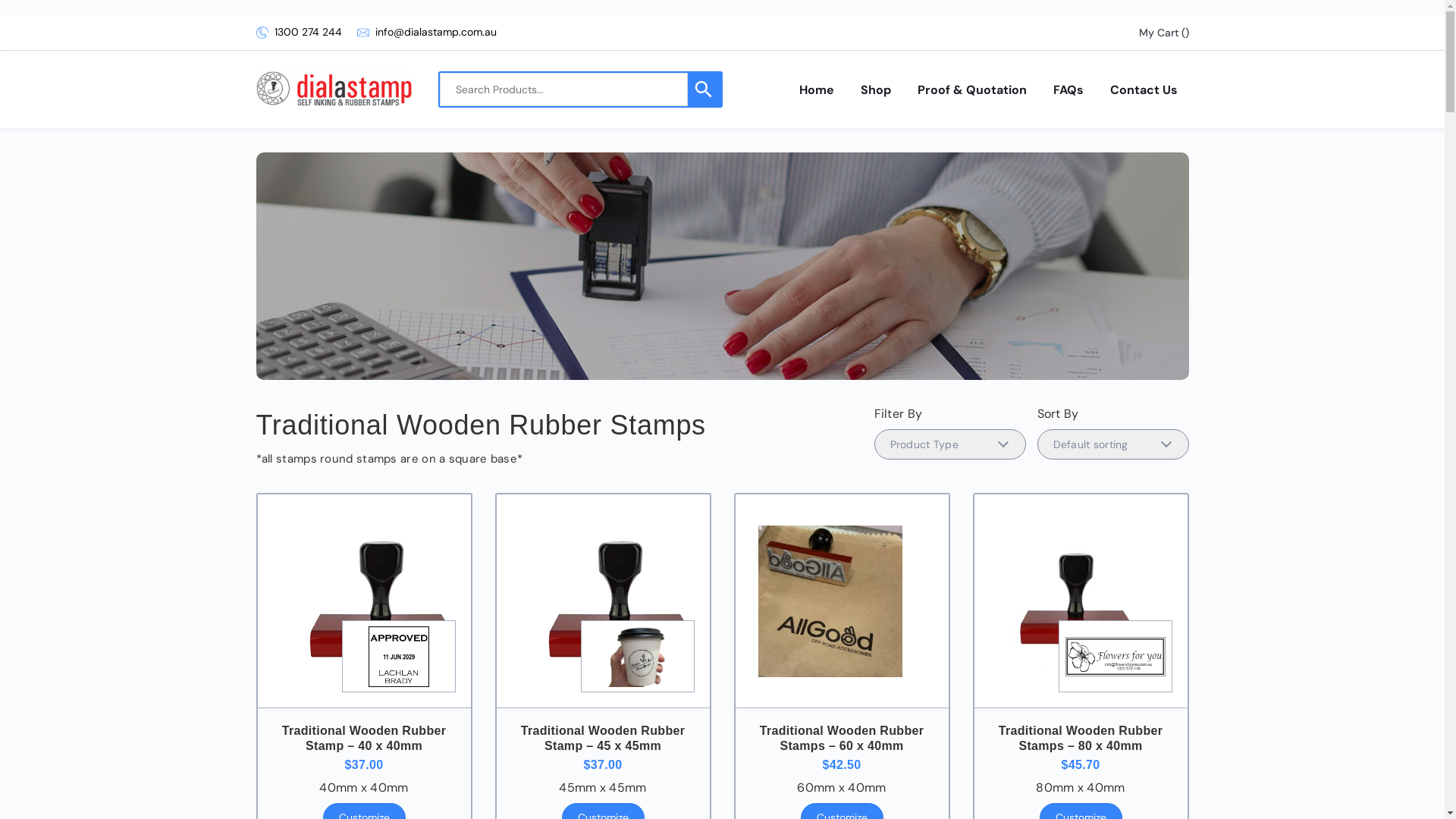 Image resolution: width=1456 pixels, height=819 pixels. I want to click on 'Home', so click(815, 89).